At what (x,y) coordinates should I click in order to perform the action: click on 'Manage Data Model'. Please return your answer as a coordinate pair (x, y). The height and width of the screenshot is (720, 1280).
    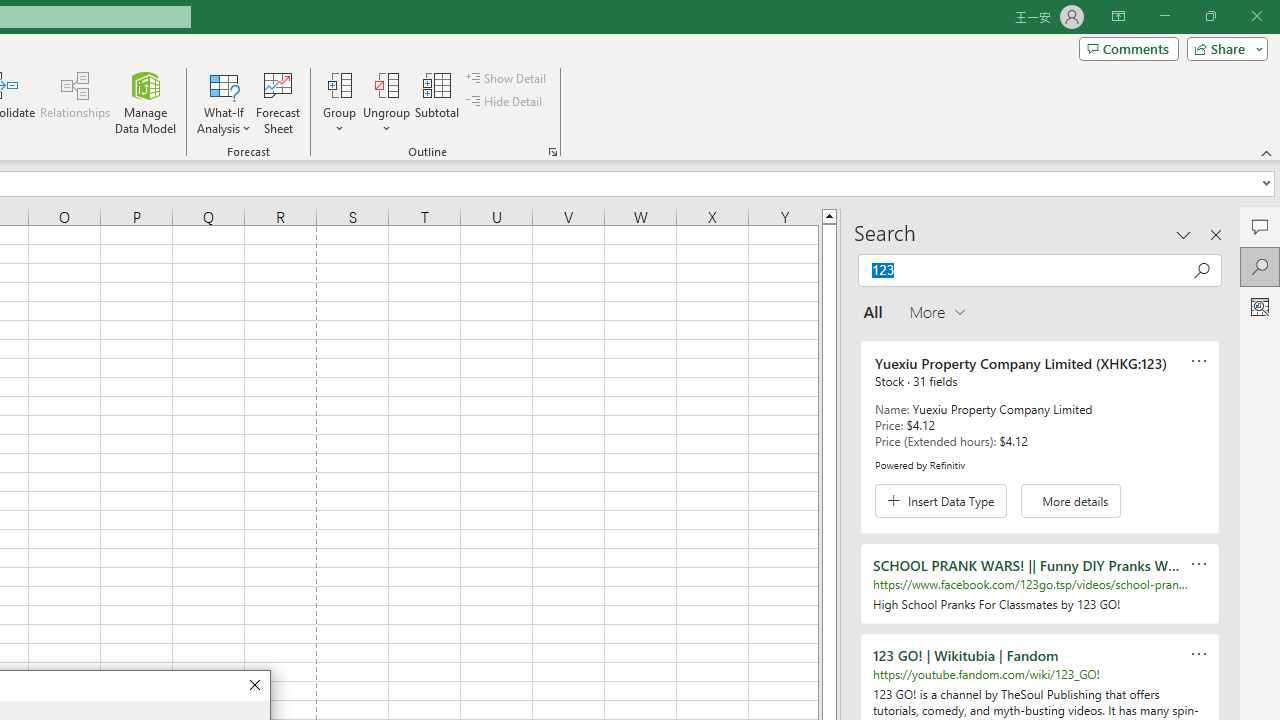
    Looking at the image, I should click on (144, 103).